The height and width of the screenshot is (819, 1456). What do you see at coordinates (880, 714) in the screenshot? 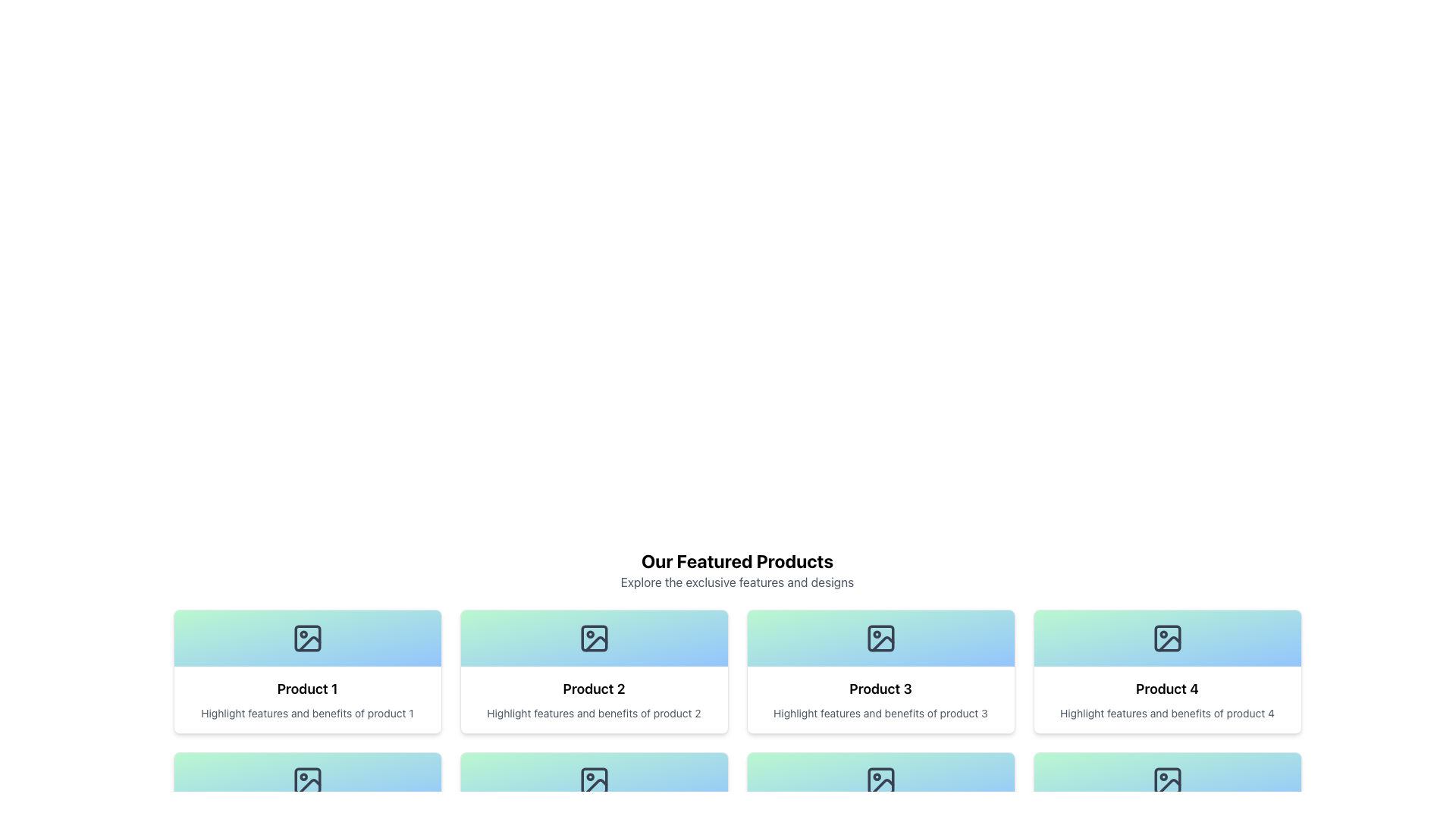
I see `the informational text label that provides a brief description about 'Product 3', located under the 'Product 3' title in the third card of the grid layout` at bounding box center [880, 714].